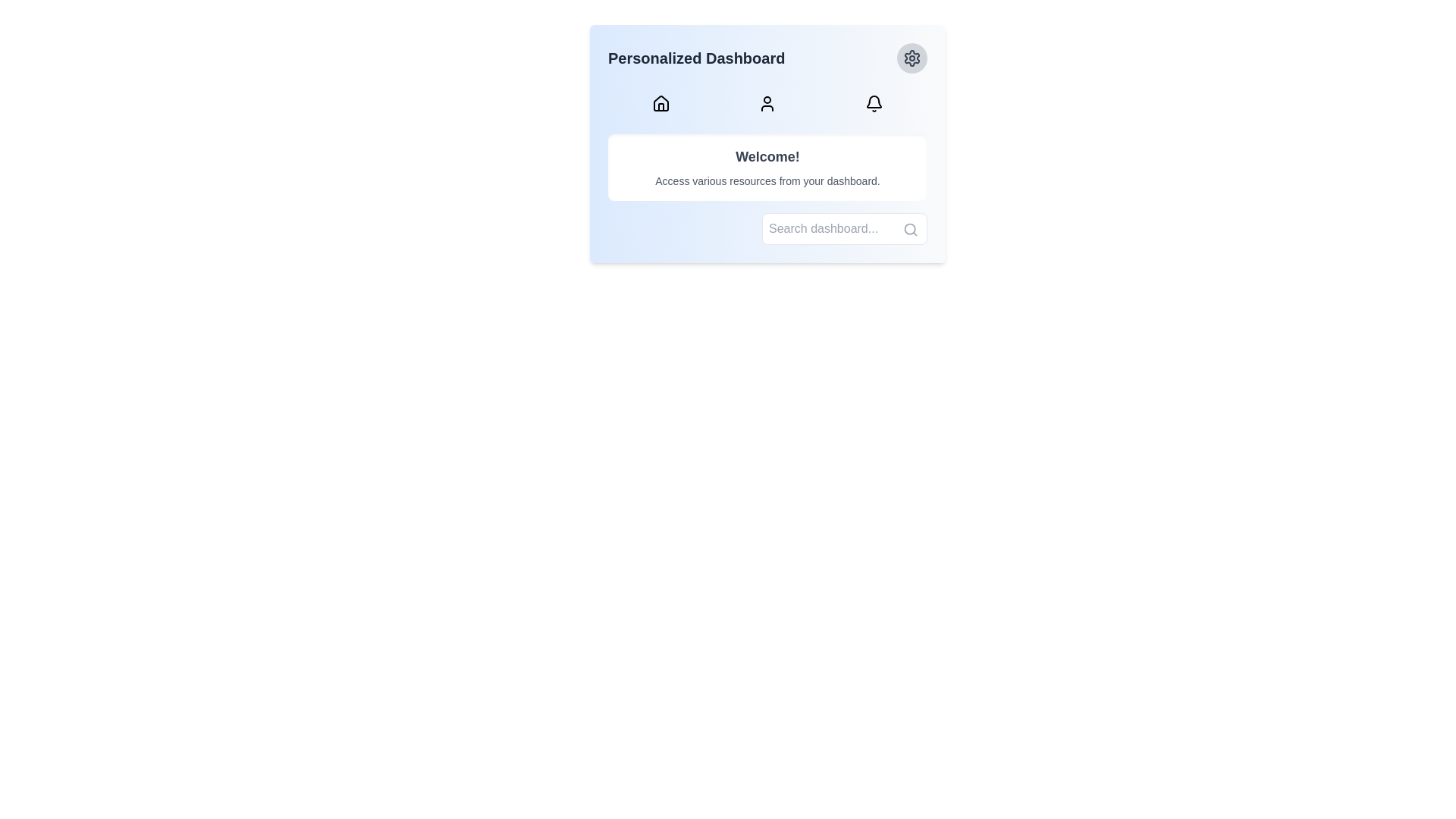 The width and height of the screenshot is (1456, 819). What do you see at coordinates (767, 167) in the screenshot?
I see `the welcoming message label located near the center of the main widget area, below a row of icons and above the search bar, which provides a brief description of the resources available from the dashboard` at bounding box center [767, 167].